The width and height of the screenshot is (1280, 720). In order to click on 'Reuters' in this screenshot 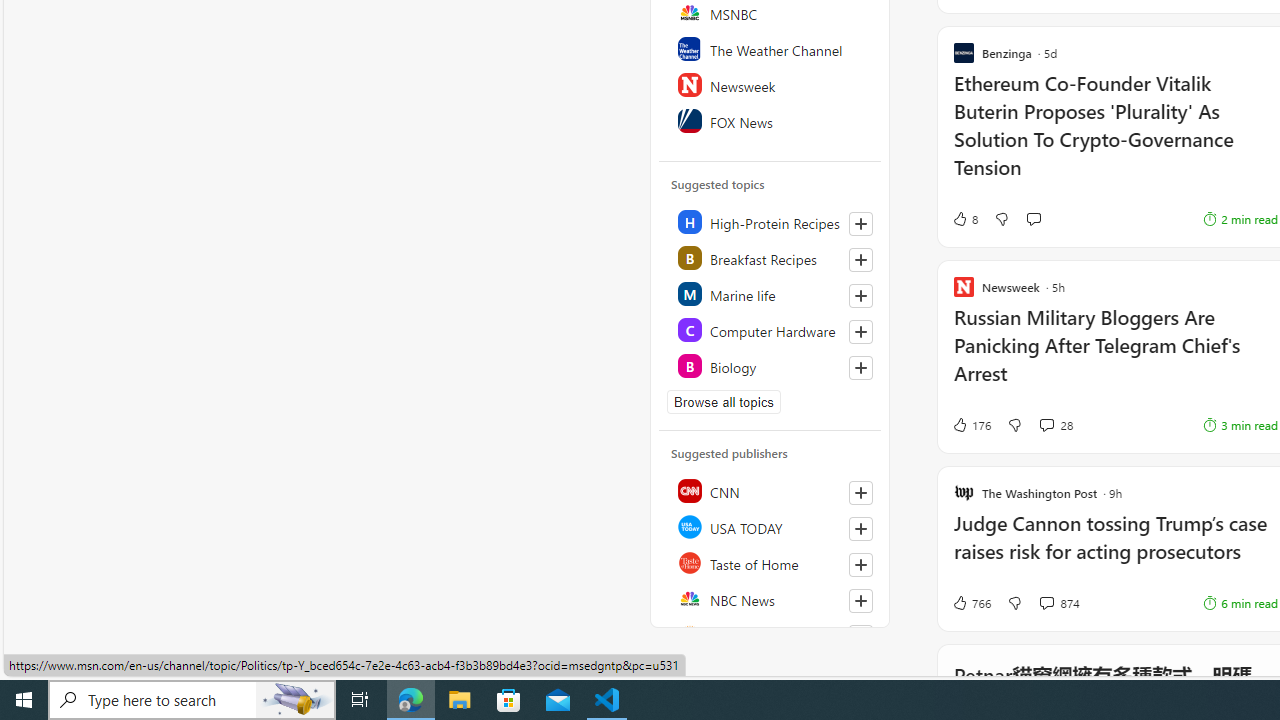, I will do `click(770, 635)`.